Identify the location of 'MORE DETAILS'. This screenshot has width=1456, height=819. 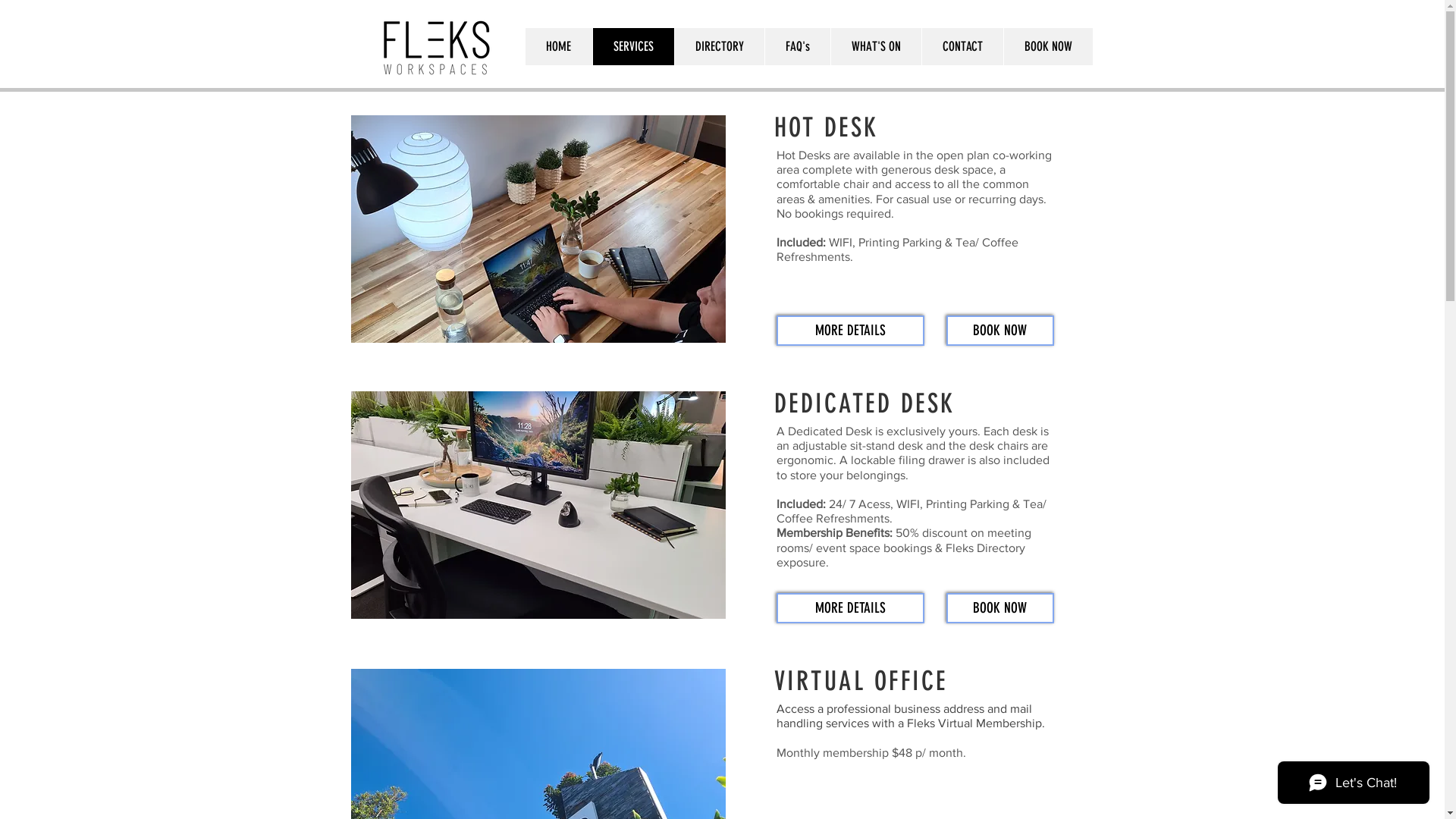
(850, 329).